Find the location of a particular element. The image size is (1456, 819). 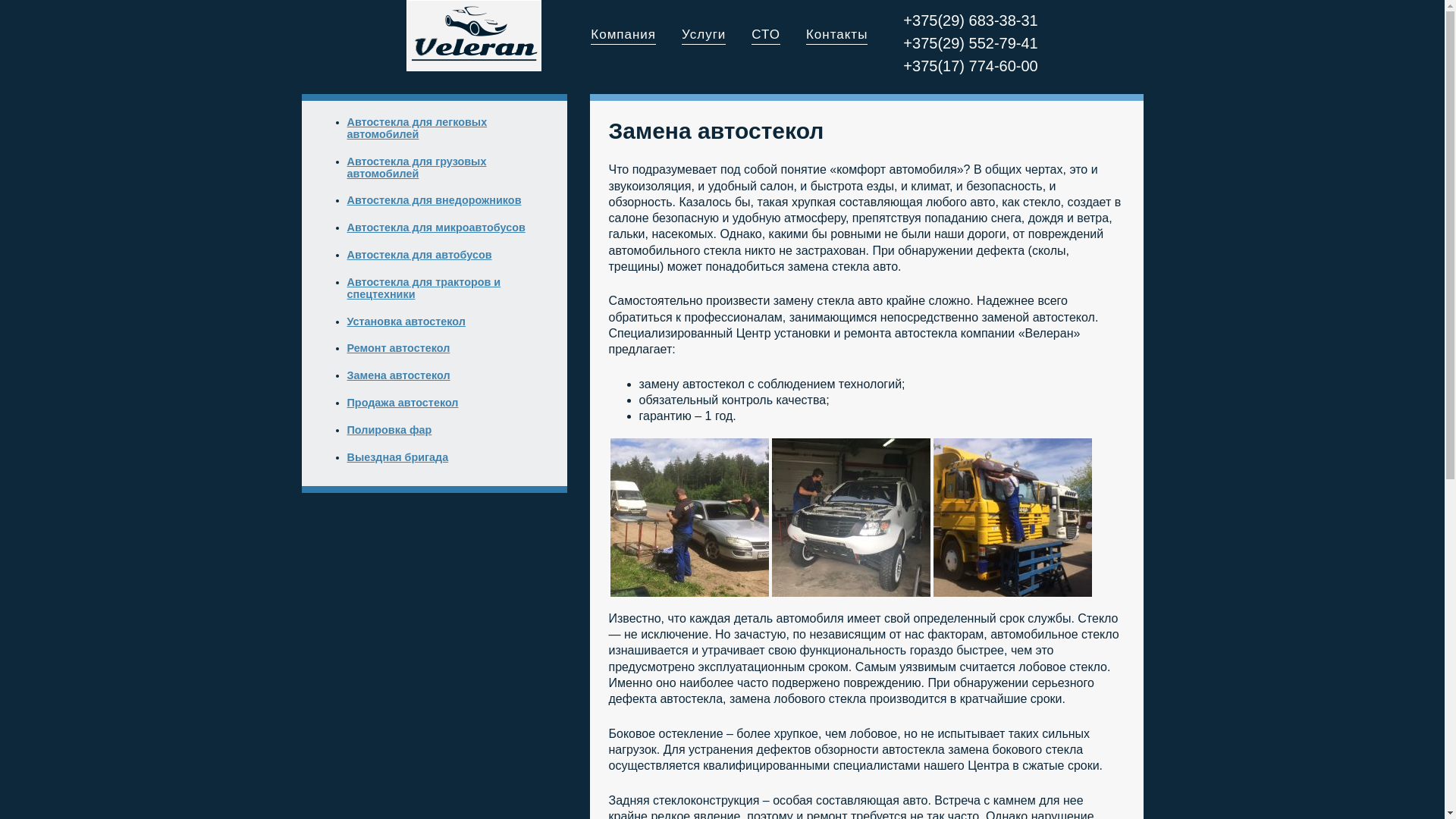

'+375(29) 552-79-41' is located at coordinates (969, 42).